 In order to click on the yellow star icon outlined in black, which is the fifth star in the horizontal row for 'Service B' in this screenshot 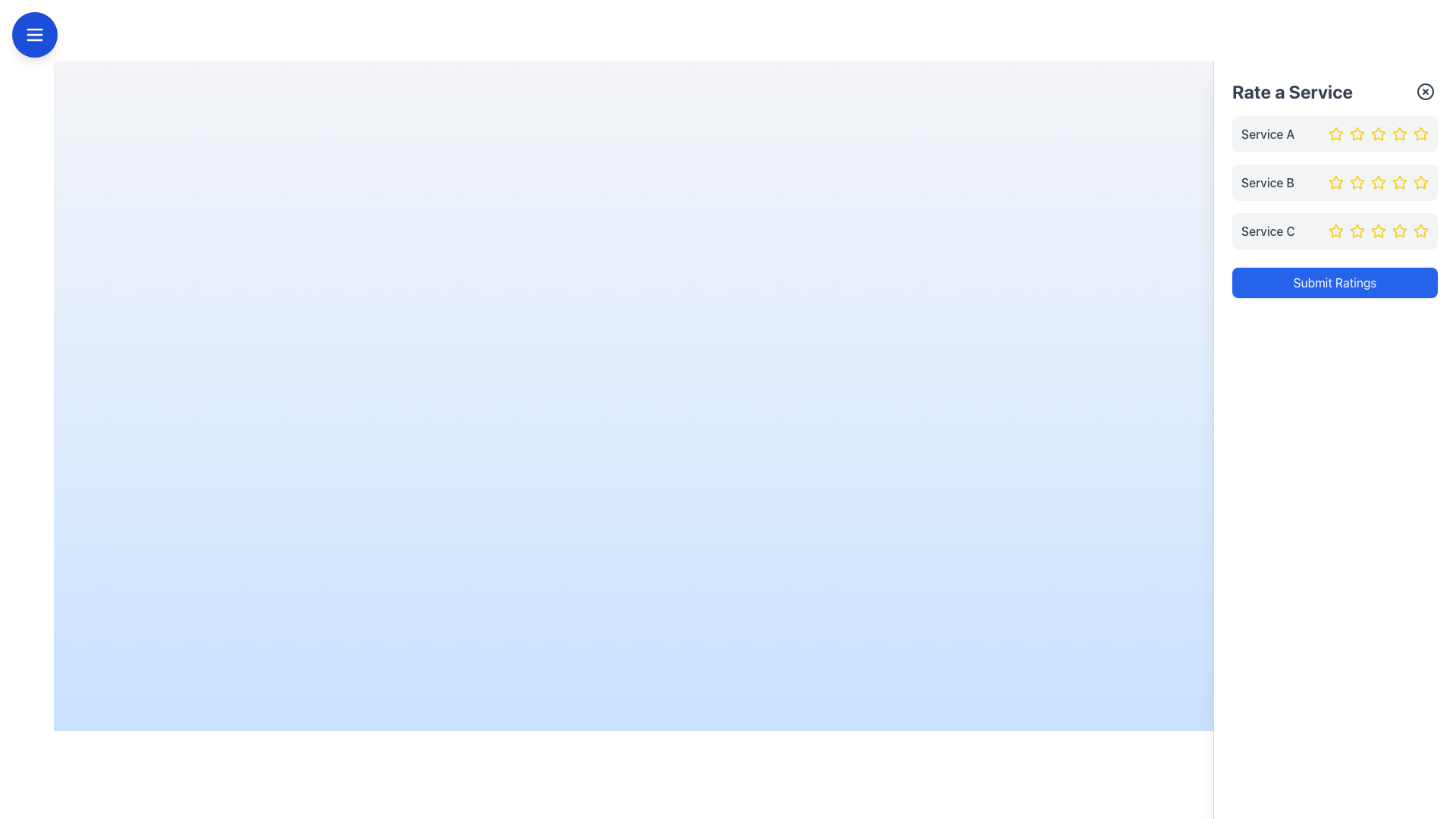, I will do `click(1420, 181)`.